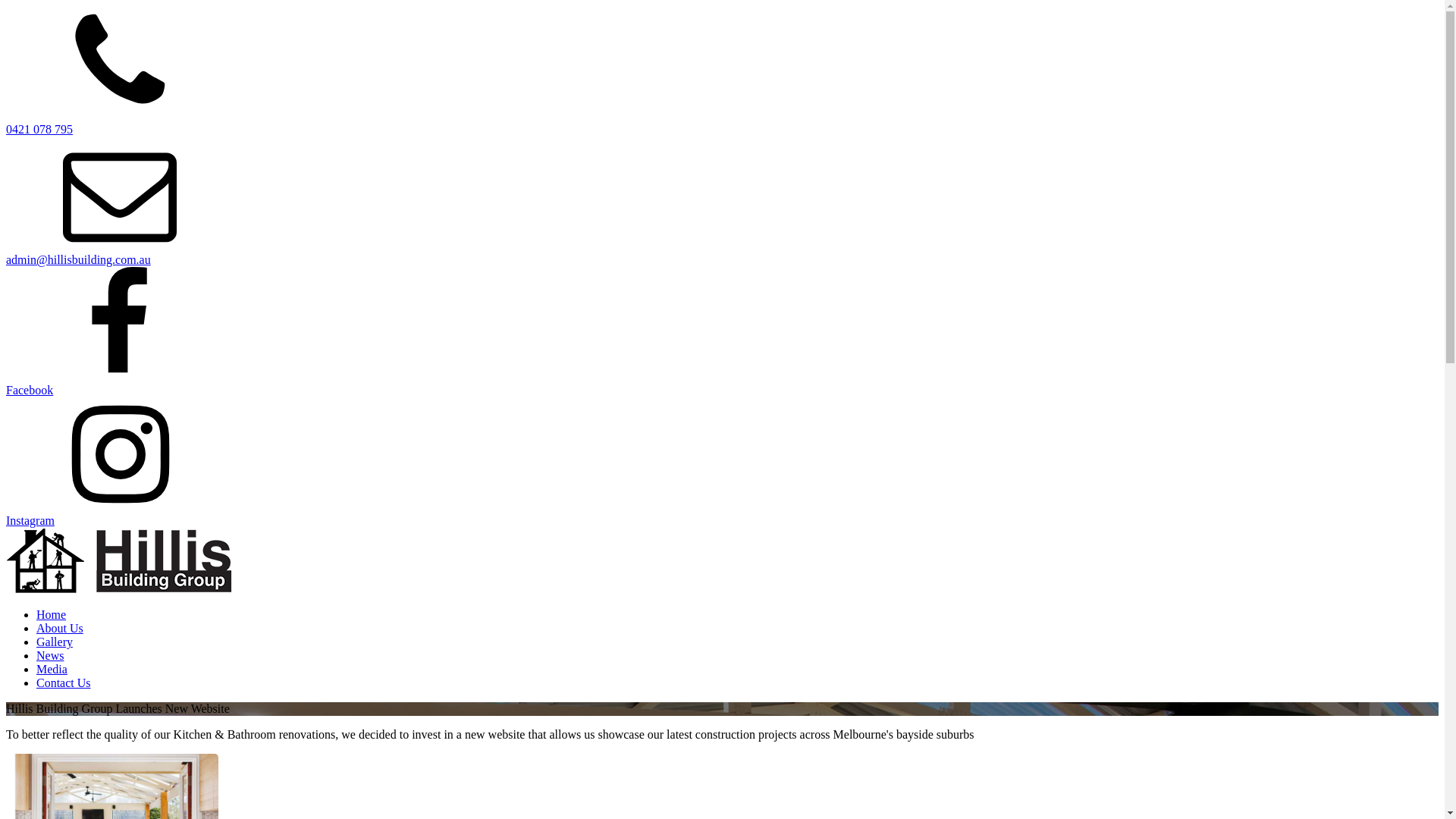 The height and width of the screenshot is (819, 1456). What do you see at coordinates (51, 614) in the screenshot?
I see `'Home'` at bounding box center [51, 614].